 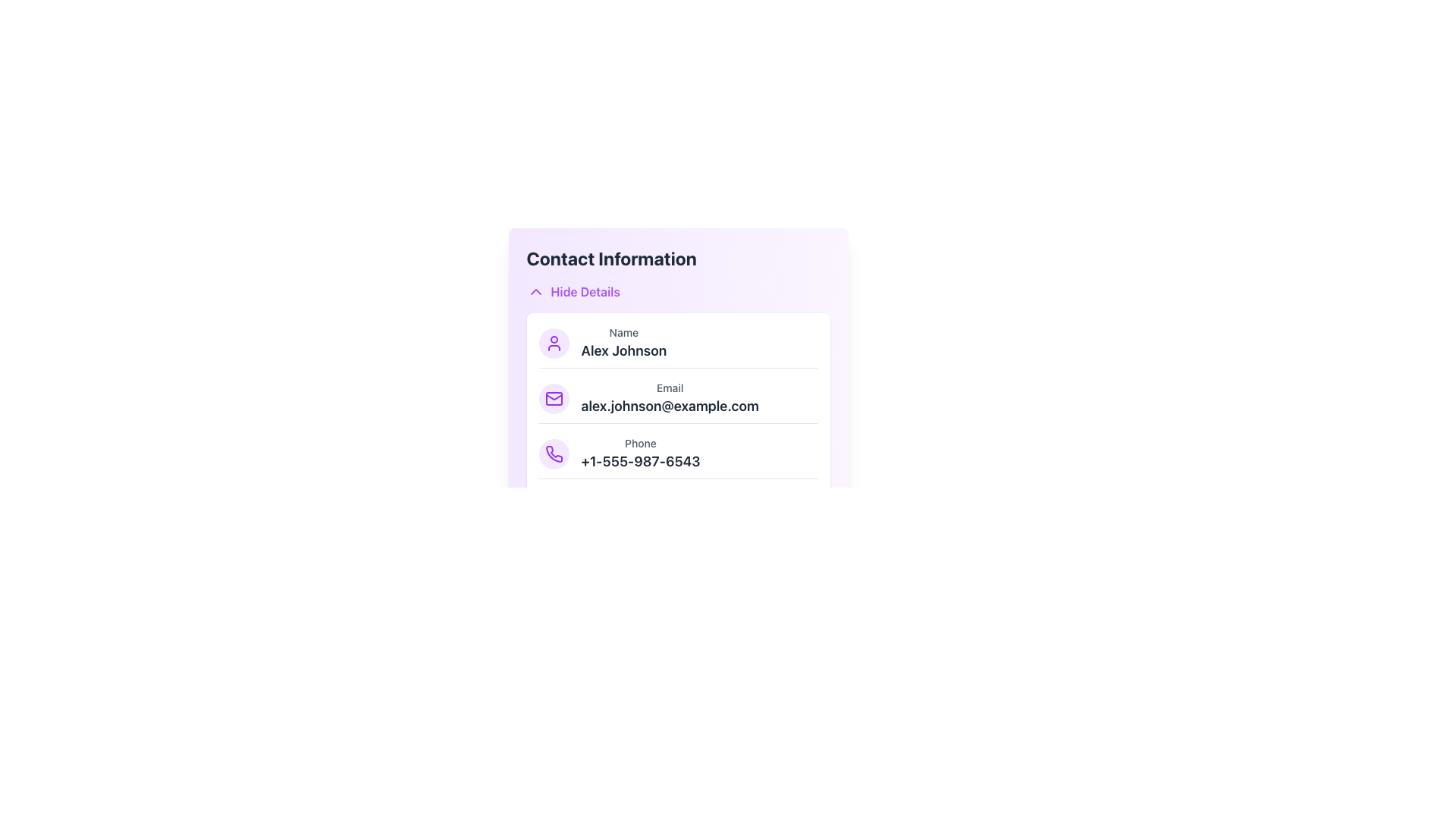 I want to click on the non-interactive text display block showing the contact name 'Alex Johnson', which is labeled 'Name' and is located to the right of a circular purple user icon, so click(x=623, y=343).